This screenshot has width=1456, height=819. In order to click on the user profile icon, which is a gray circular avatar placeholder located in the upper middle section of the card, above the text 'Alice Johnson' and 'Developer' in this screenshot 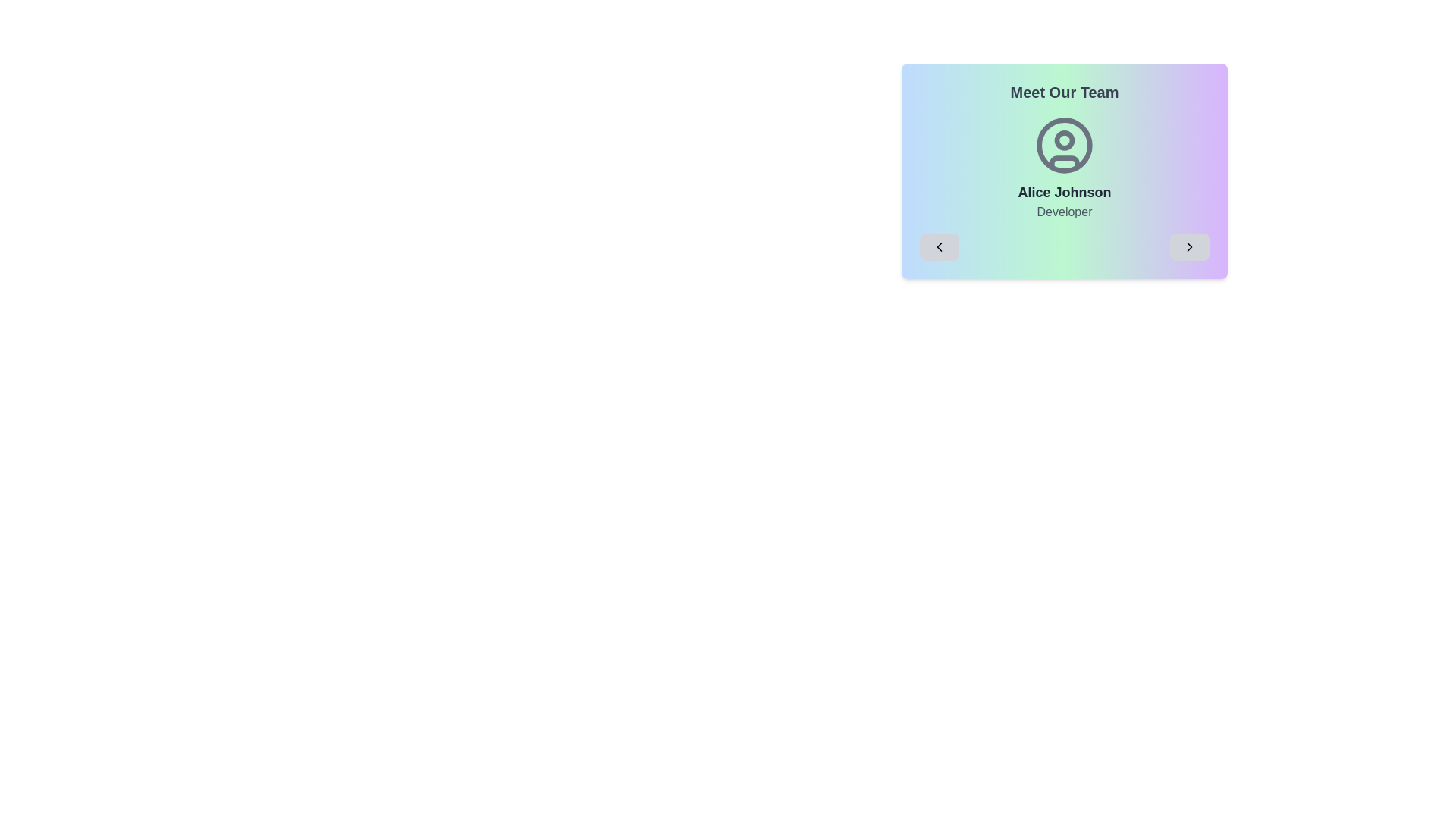, I will do `click(1063, 146)`.